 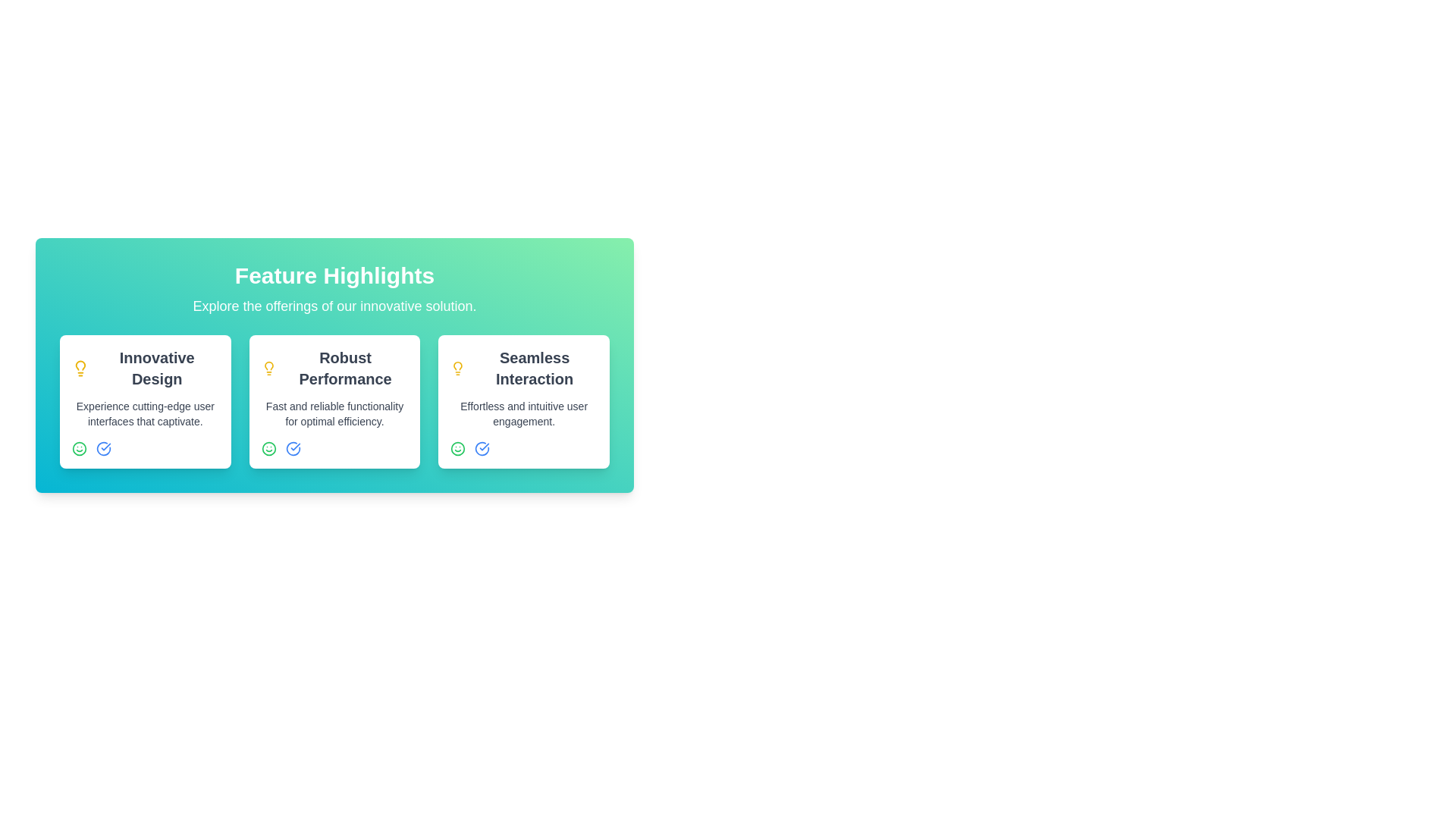 I want to click on the circular icon in the 'Robust Performance' card, which is outlined and modern in style, located below the main text content, so click(x=293, y=447).